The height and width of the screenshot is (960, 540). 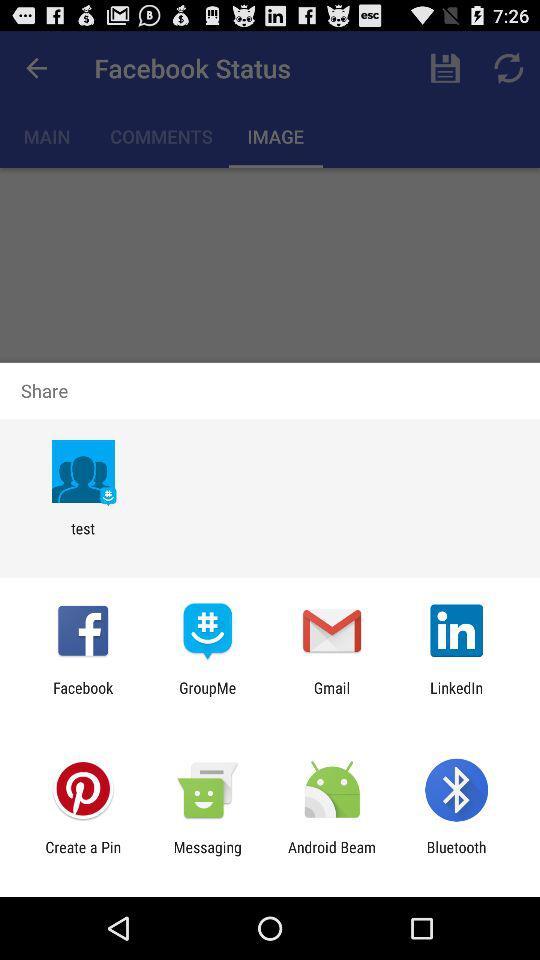 What do you see at coordinates (456, 855) in the screenshot?
I see `the bluetooth item` at bounding box center [456, 855].